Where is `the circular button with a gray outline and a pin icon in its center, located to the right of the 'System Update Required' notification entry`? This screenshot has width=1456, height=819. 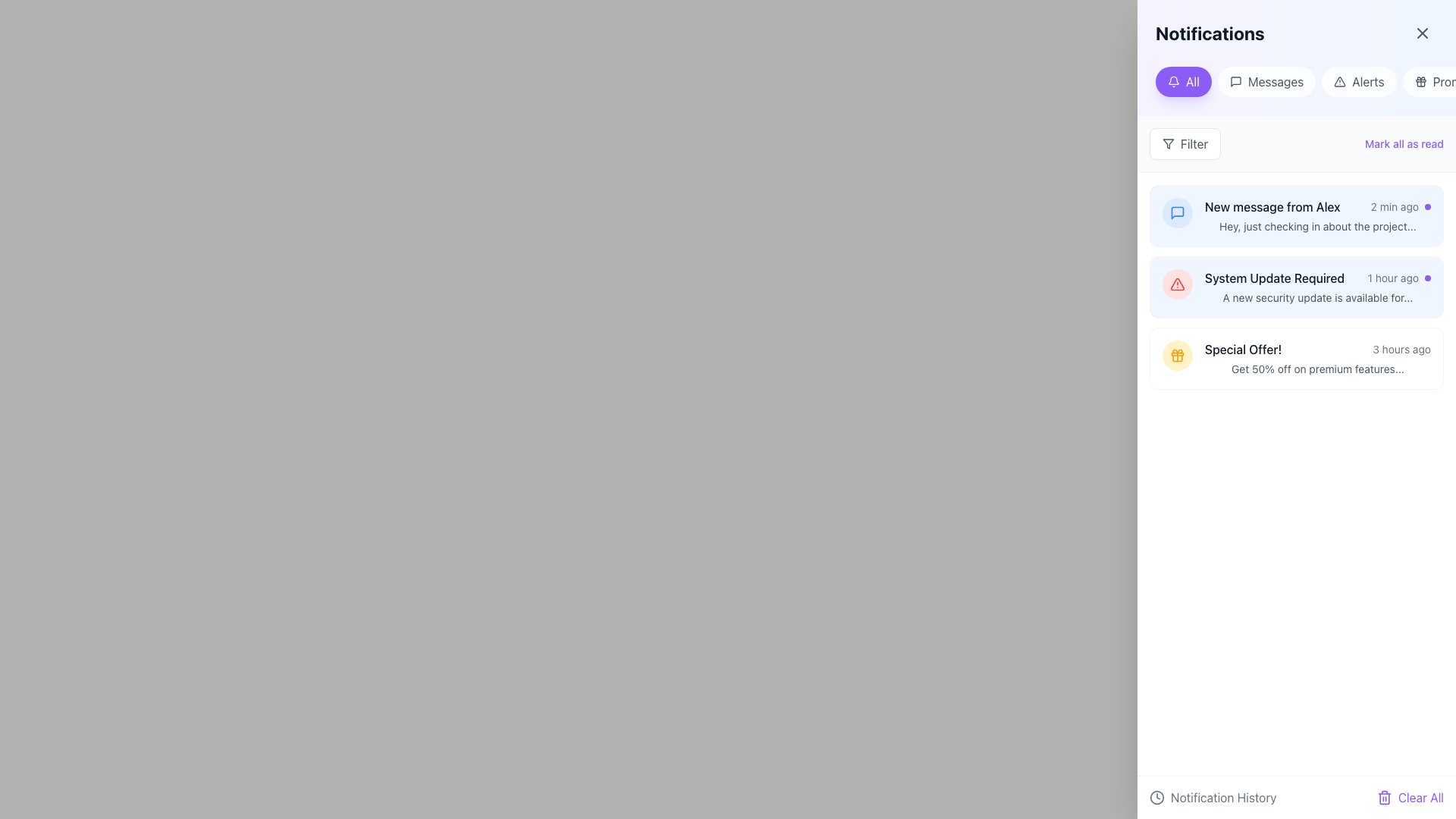
the circular button with a gray outline and a pin icon in its center, located to the right of the 'System Update Required' notification entry is located at coordinates (1388, 287).